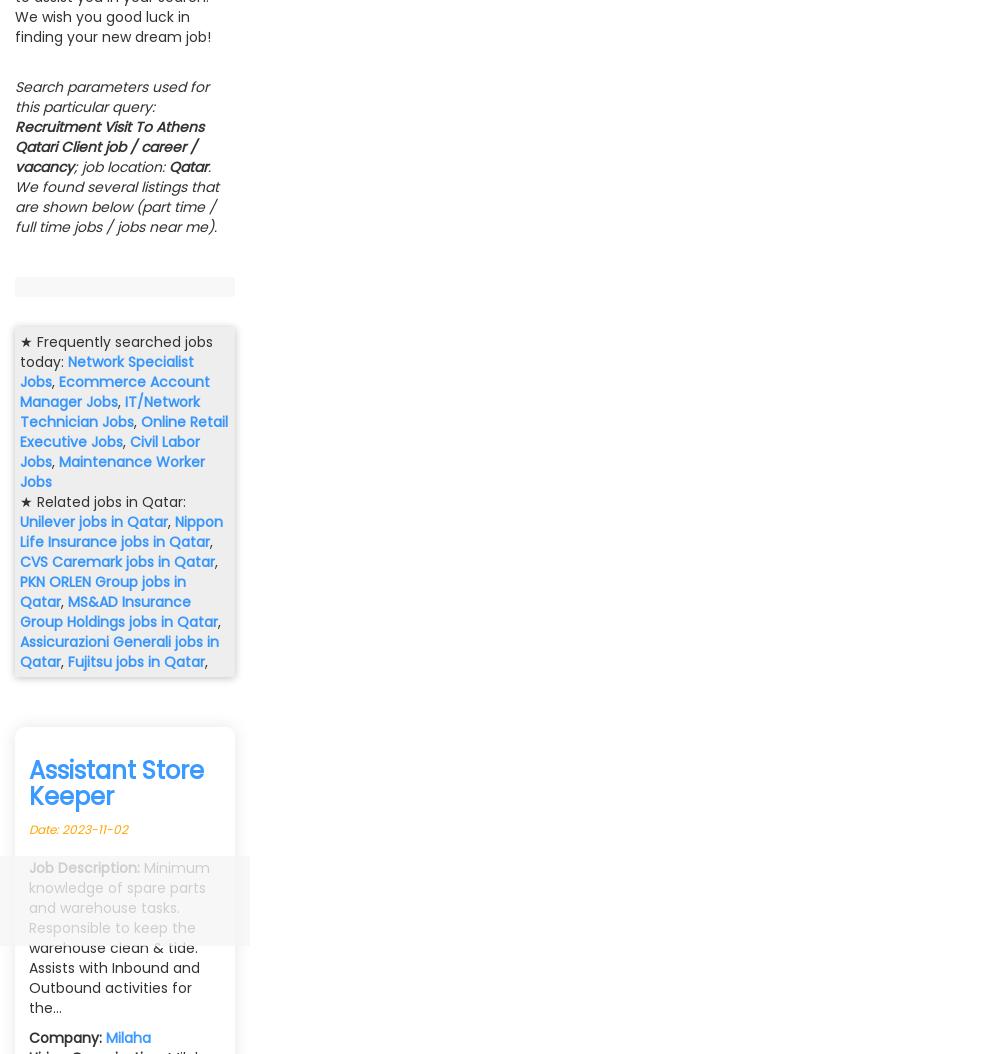  What do you see at coordinates (135, 662) in the screenshot?
I see `'Fujitsu jobs in Qatar'` at bounding box center [135, 662].